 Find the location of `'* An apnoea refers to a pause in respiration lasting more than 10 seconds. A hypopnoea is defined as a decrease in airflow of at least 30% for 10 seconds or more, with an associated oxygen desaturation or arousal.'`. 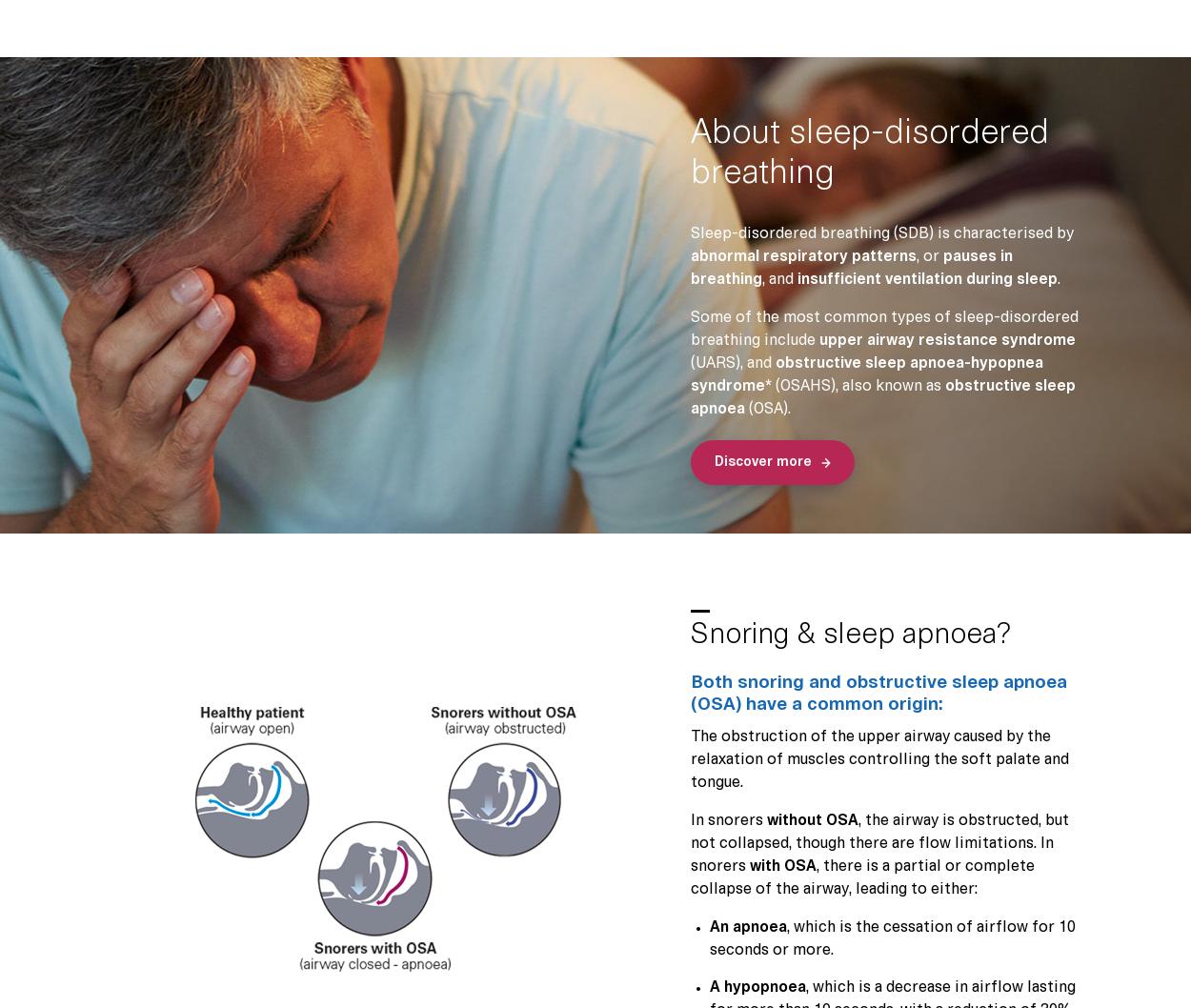

'* An apnoea refers to a pause in respiration lasting more than 10 seconds. A hypopnoea is defined as a decrease in airflow of at least 30% for 10 seconds or more, with an associated oxygen desaturation or arousal.' is located at coordinates (103, 845).